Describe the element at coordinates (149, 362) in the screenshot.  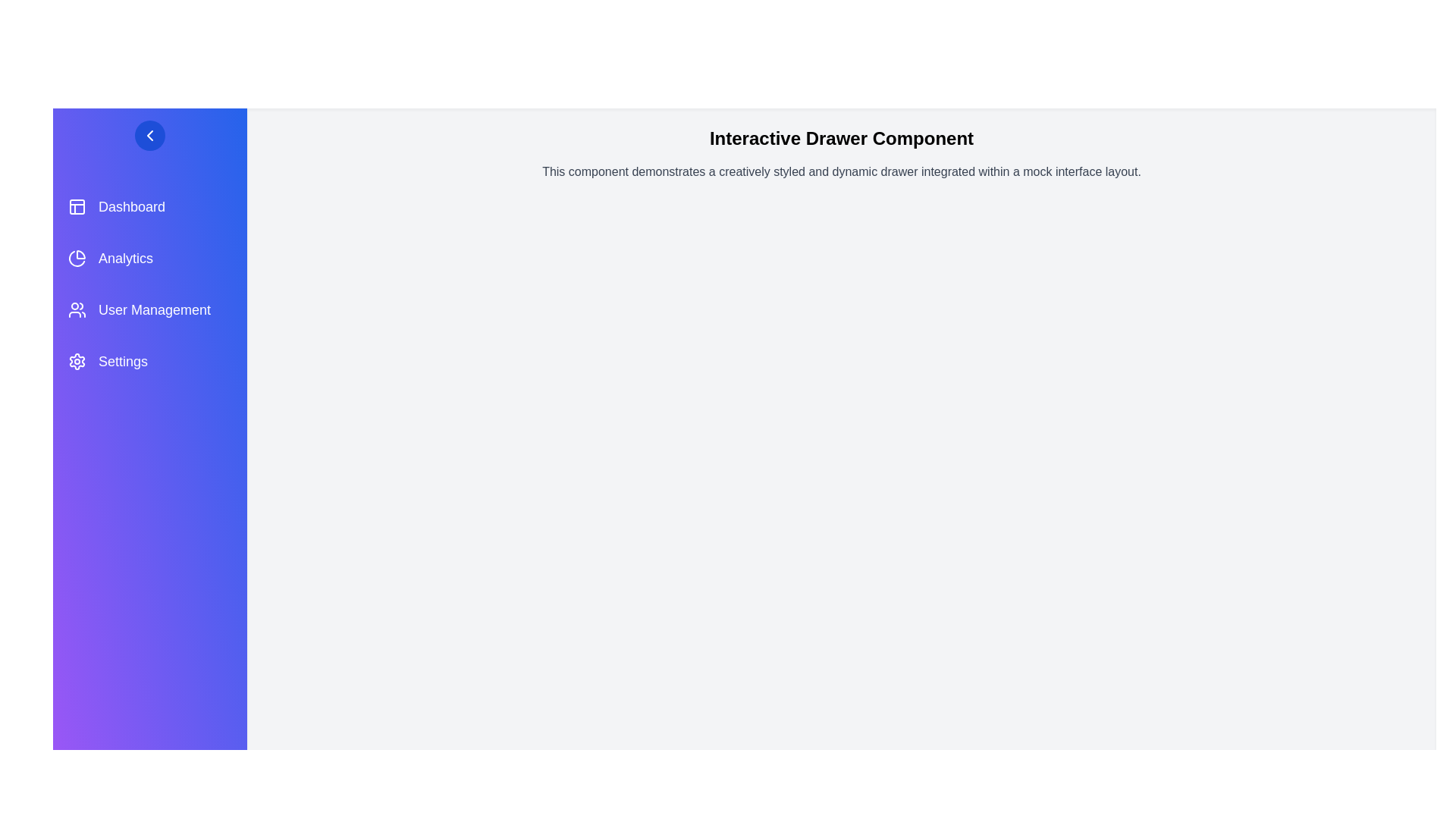
I see `the menu item Settings to trigger its hover effect` at that location.